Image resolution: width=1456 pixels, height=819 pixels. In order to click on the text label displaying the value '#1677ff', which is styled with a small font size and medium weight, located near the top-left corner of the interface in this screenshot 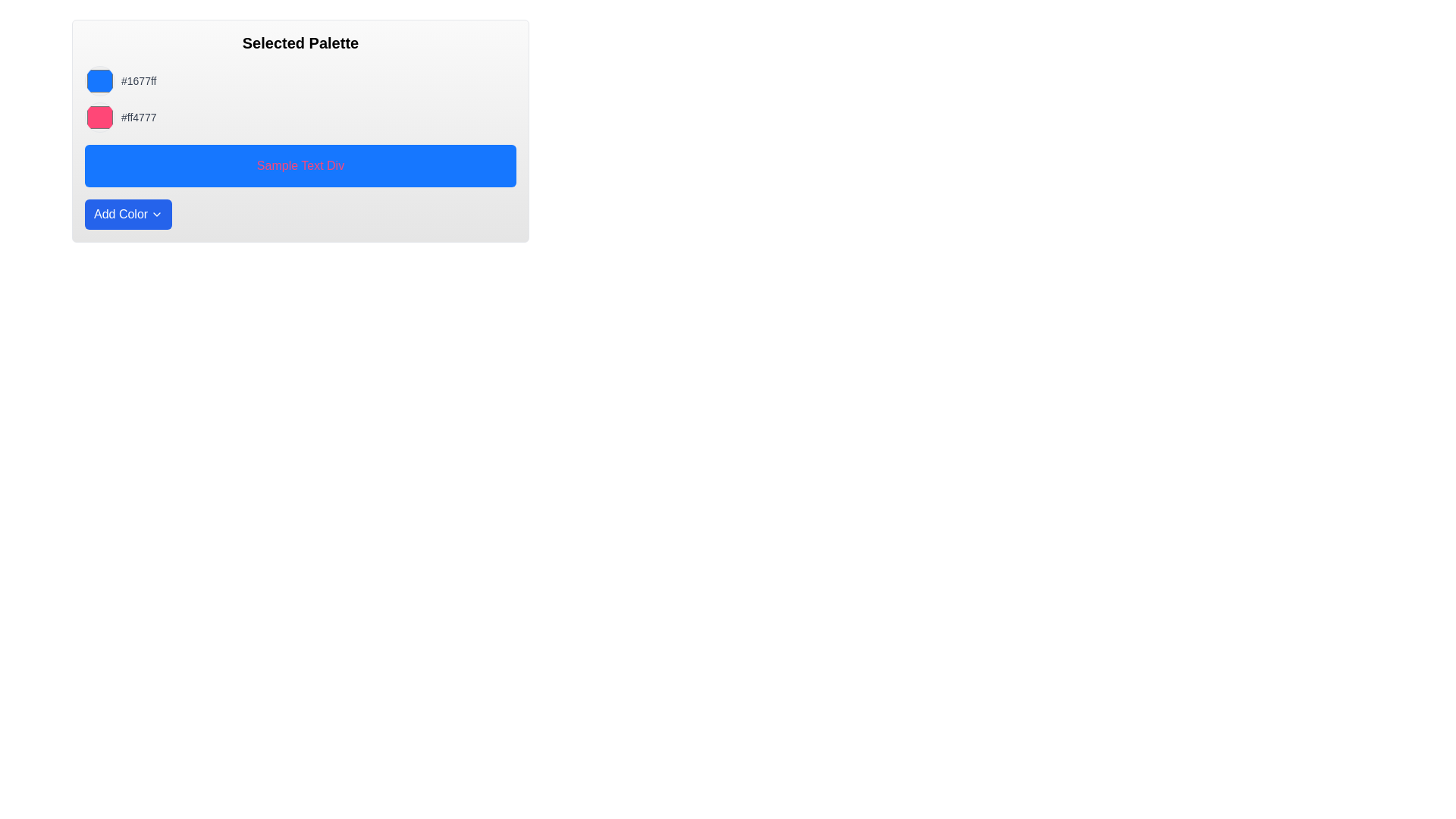, I will do `click(139, 81)`.